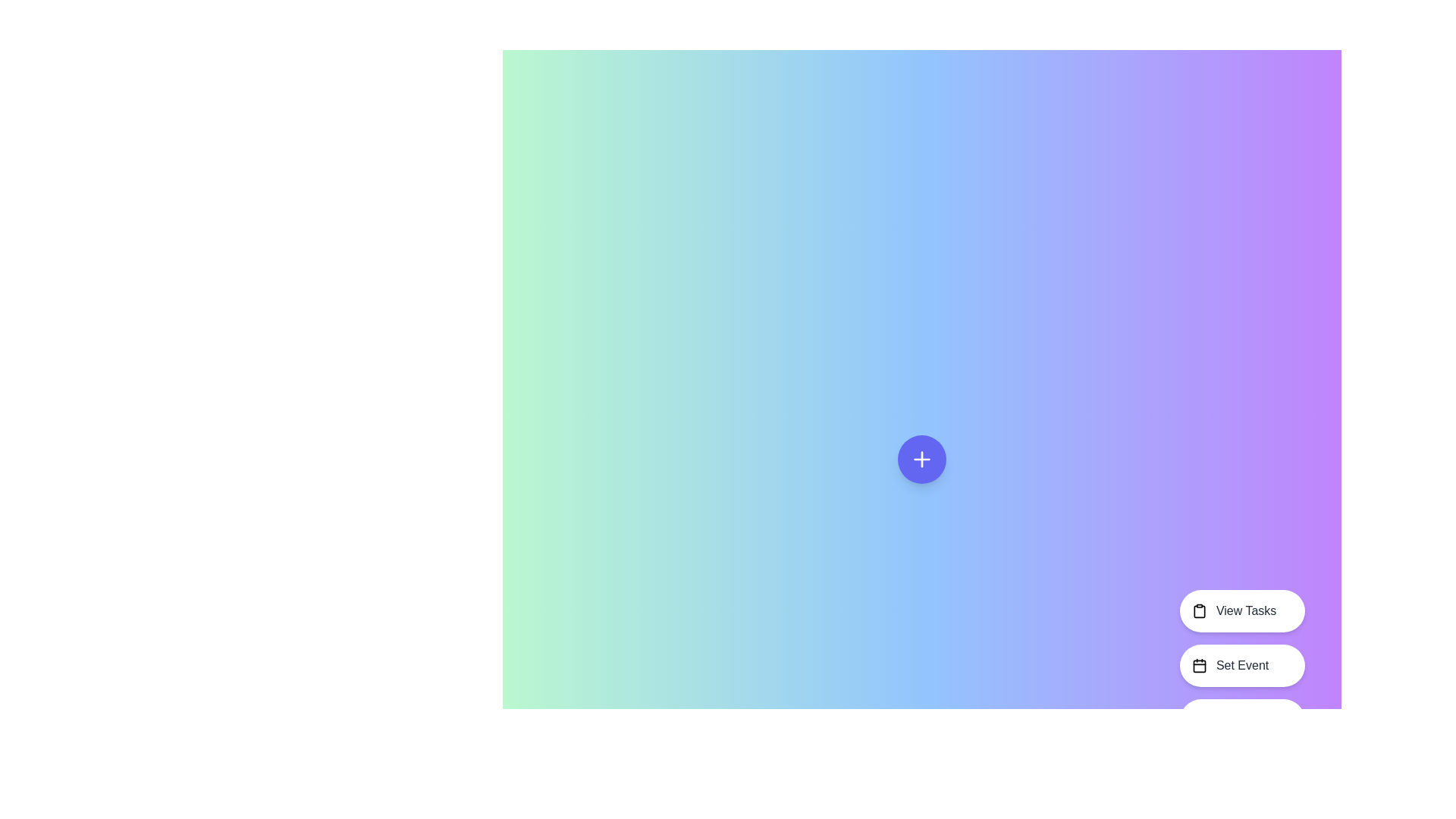  Describe the element at coordinates (921, 458) in the screenshot. I see `the isolated add button located slightly towards the bottom-right of the interface` at that location.